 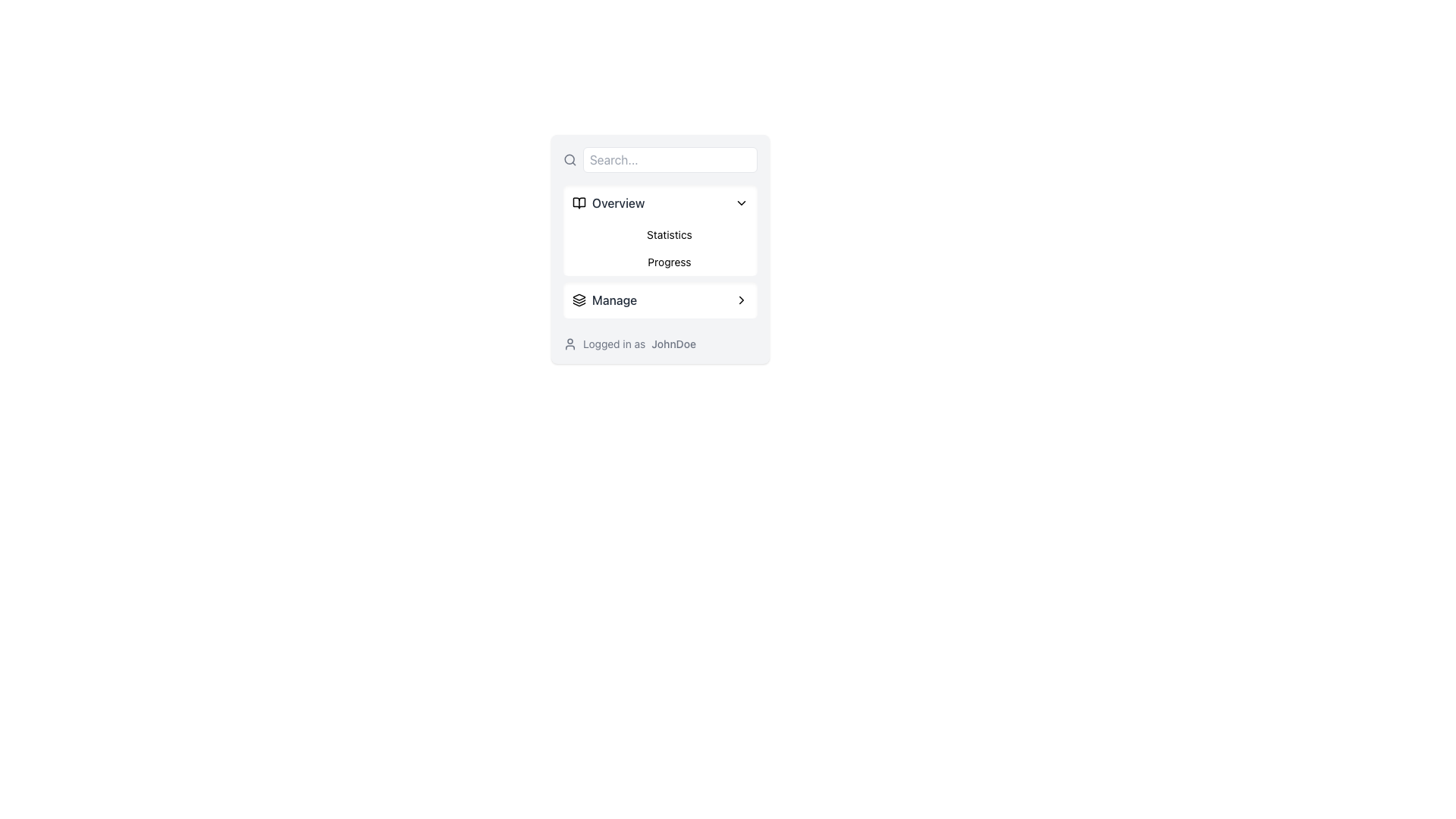 What do you see at coordinates (660, 300) in the screenshot?
I see `the second list item button in the vertical stack inside the light gray panel` at bounding box center [660, 300].